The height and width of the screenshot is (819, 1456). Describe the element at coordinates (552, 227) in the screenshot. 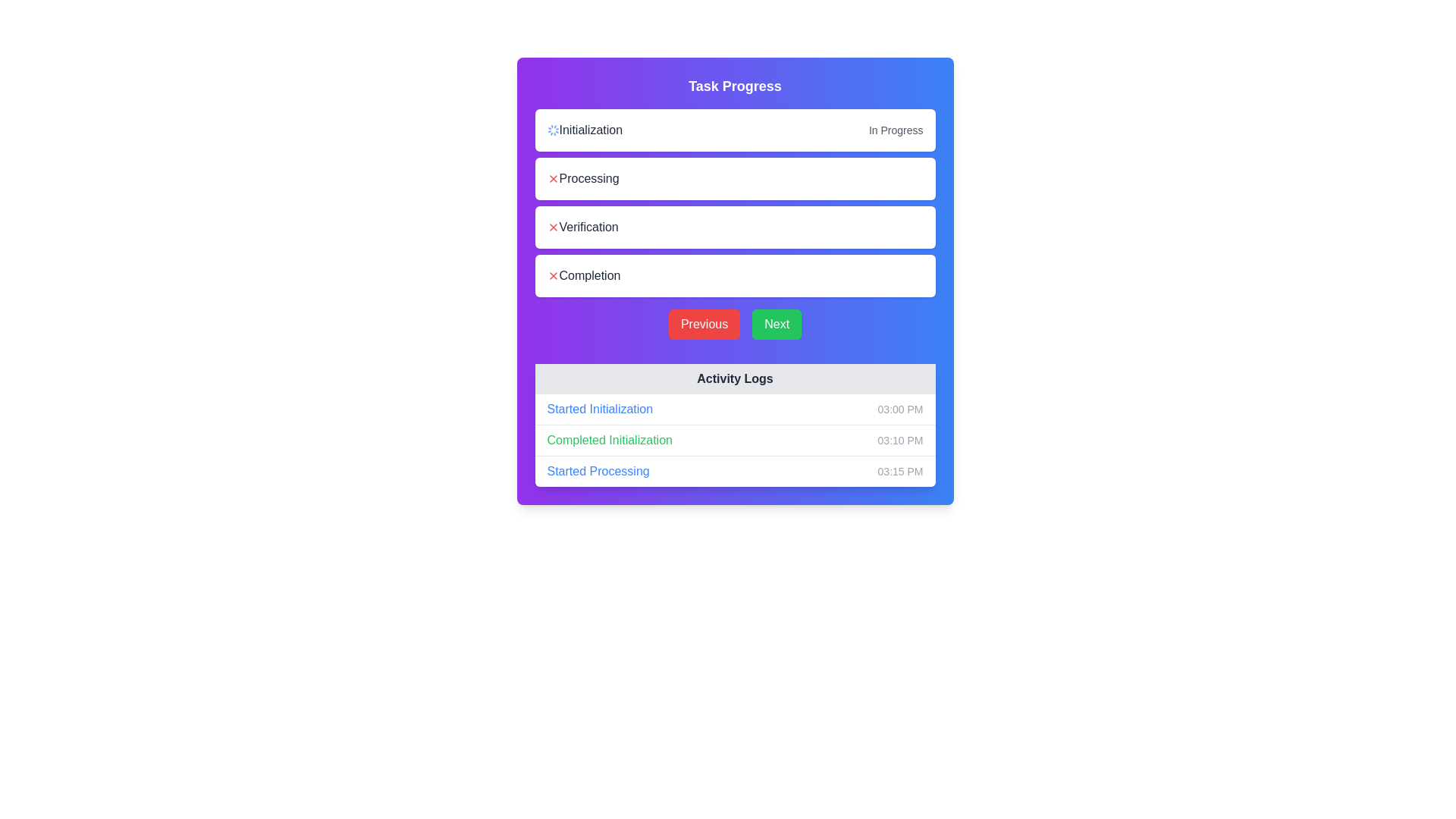

I see `the red cross icon located to the left of the 'Verification' text within the card section of the interface` at that location.